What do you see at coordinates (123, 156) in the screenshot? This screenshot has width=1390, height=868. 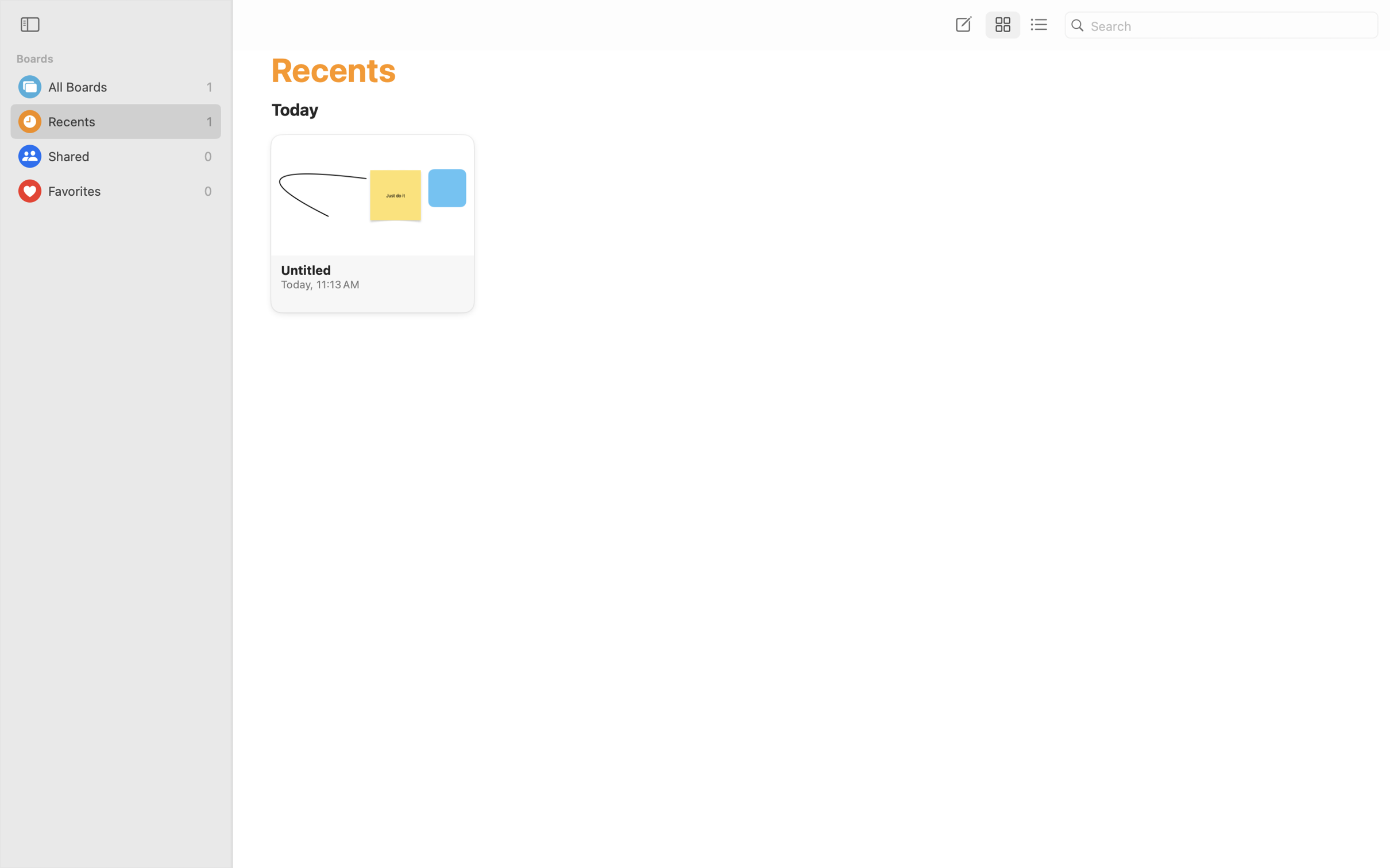 I see `'Shared'` at bounding box center [123, 156].